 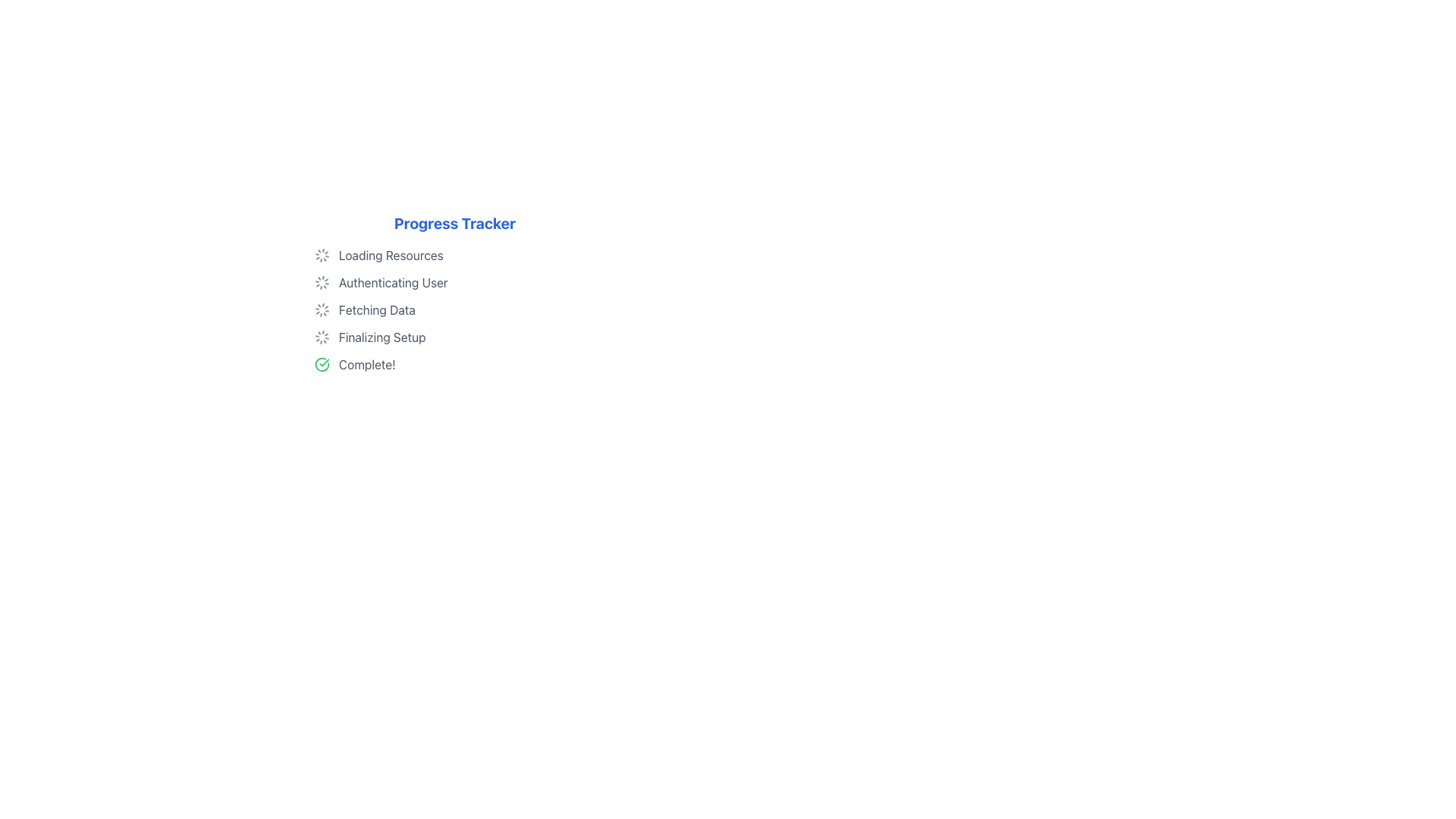 I want to click on the spinning loader icon that indicates an ongoing process, positioned to the left of the 'Fetching Data' text label, so click(x=322, y=309).